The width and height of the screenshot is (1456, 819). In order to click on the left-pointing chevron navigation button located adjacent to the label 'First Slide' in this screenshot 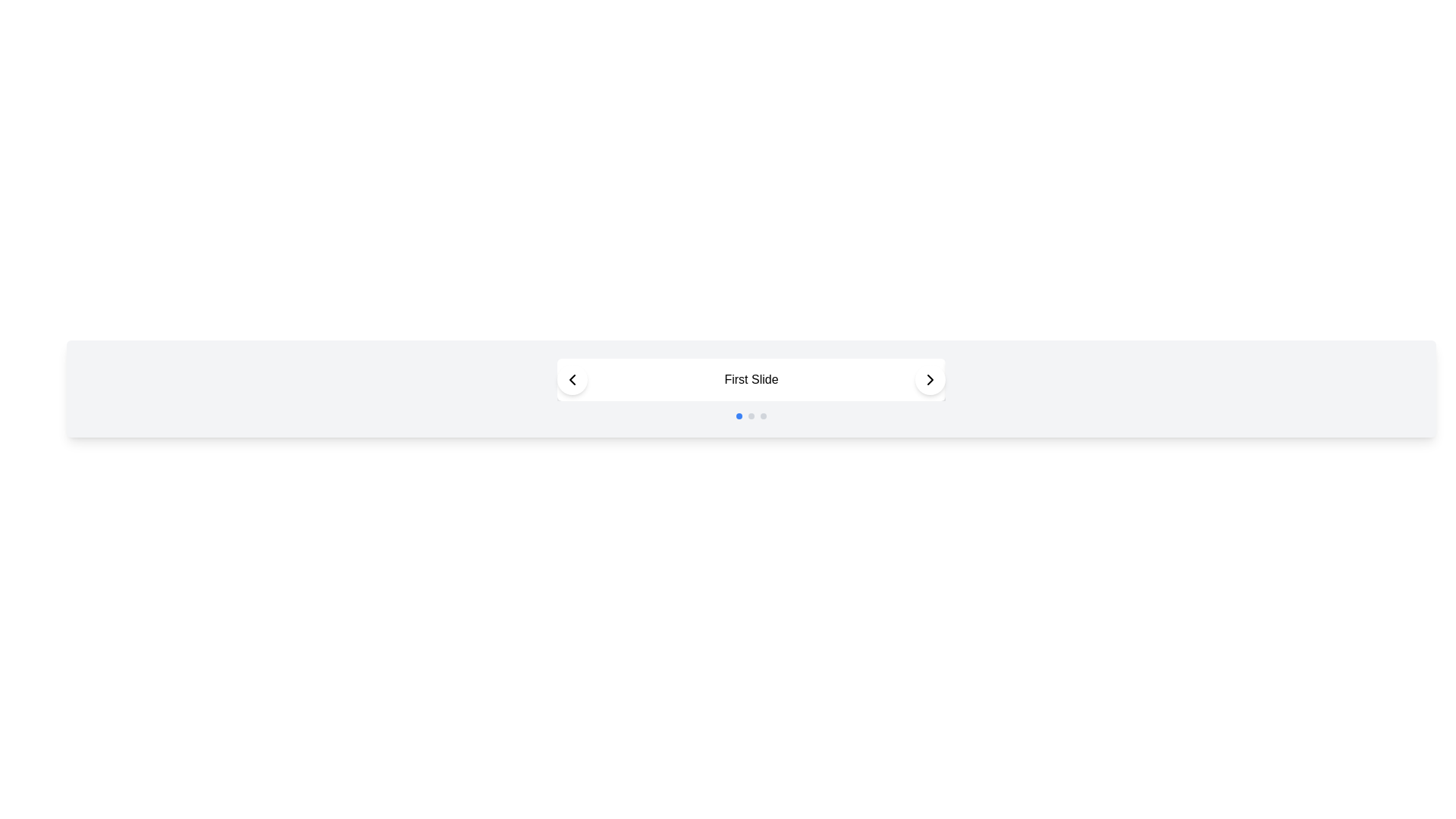, I will do `click(571, 379)`.